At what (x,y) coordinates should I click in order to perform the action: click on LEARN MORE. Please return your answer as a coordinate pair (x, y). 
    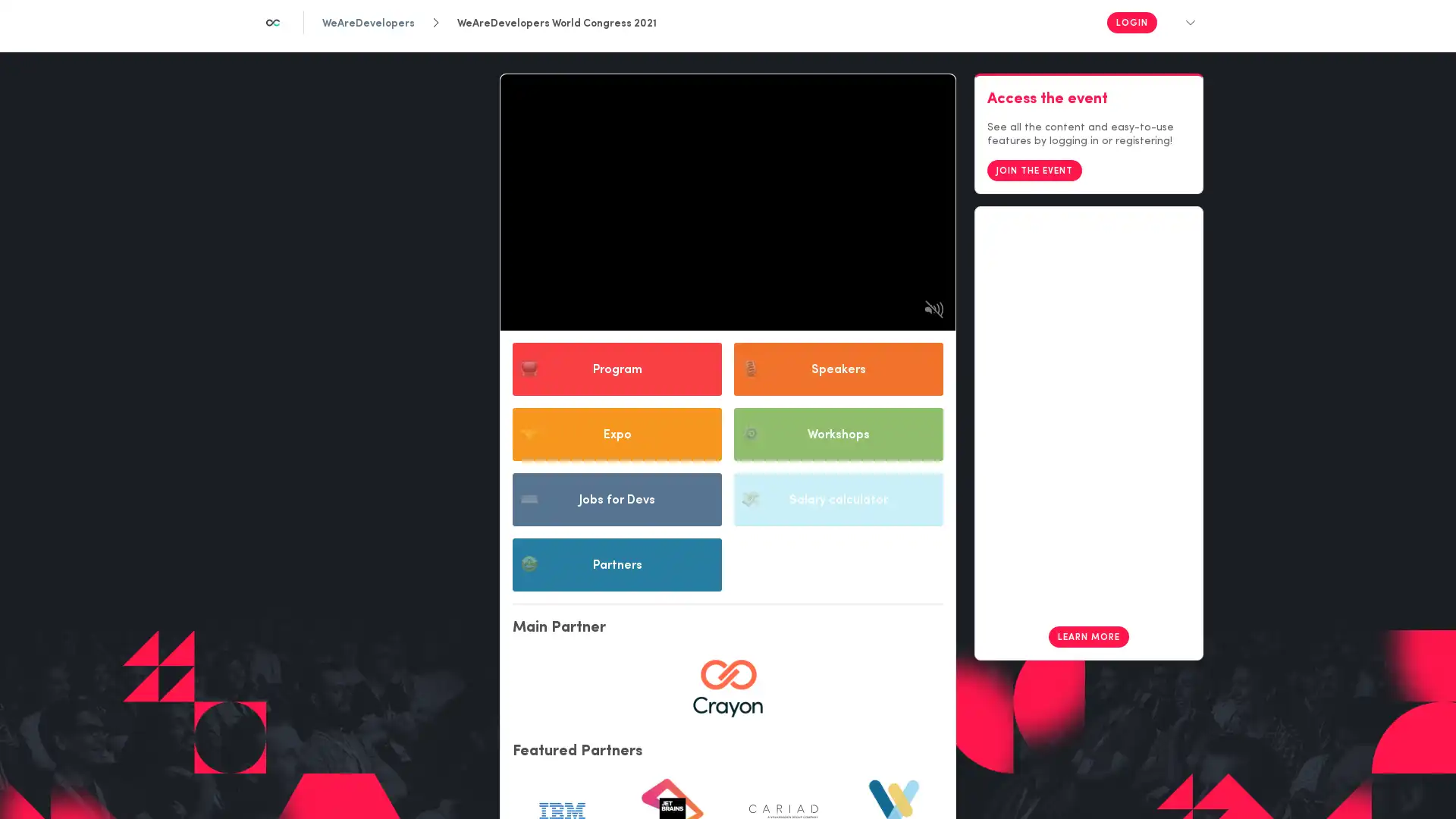
    Looking at the image, I should click on (1087, 663).